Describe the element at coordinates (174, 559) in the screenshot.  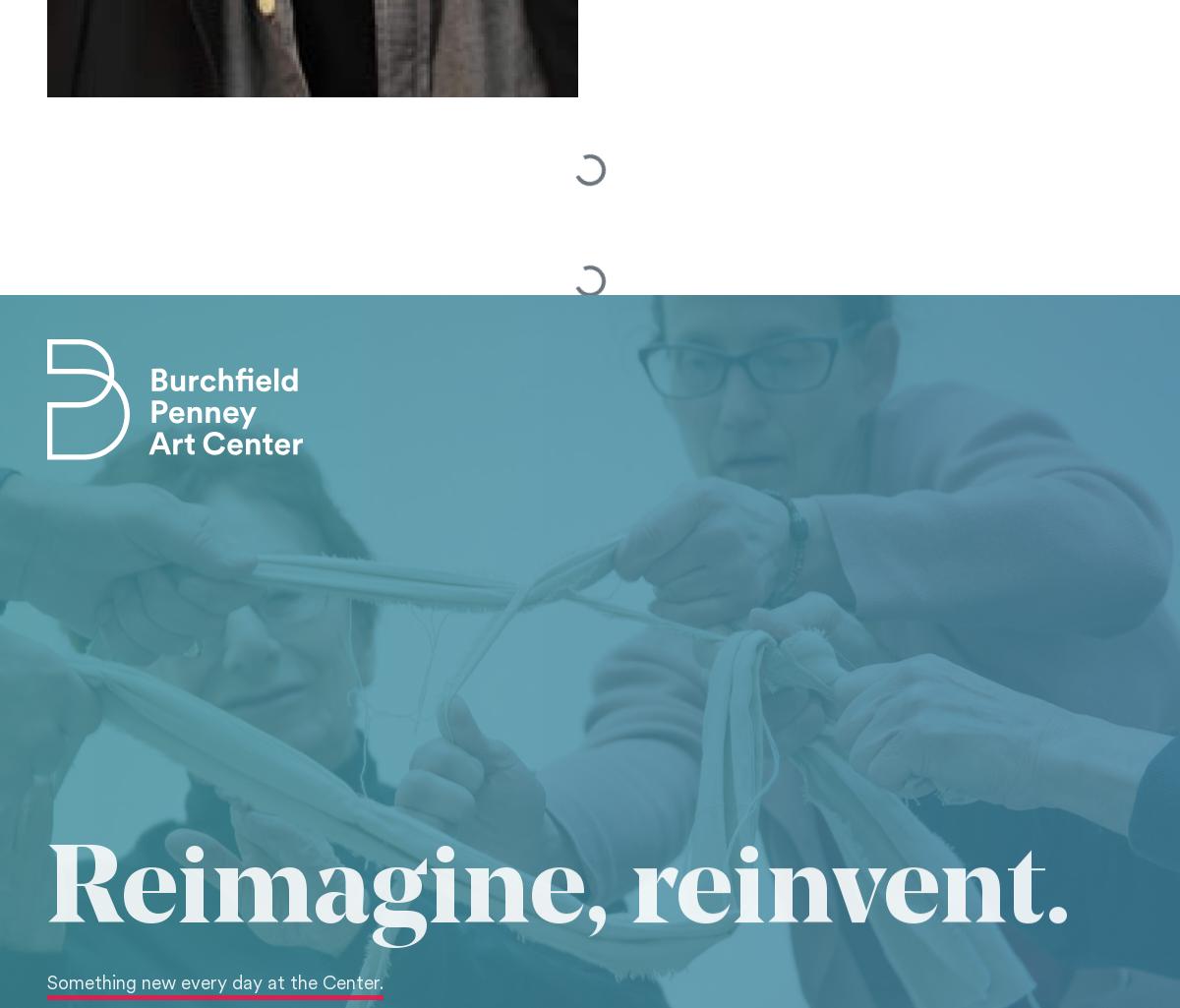
I see `'© 2023 Burchfield Penney Art Center'` at that location.